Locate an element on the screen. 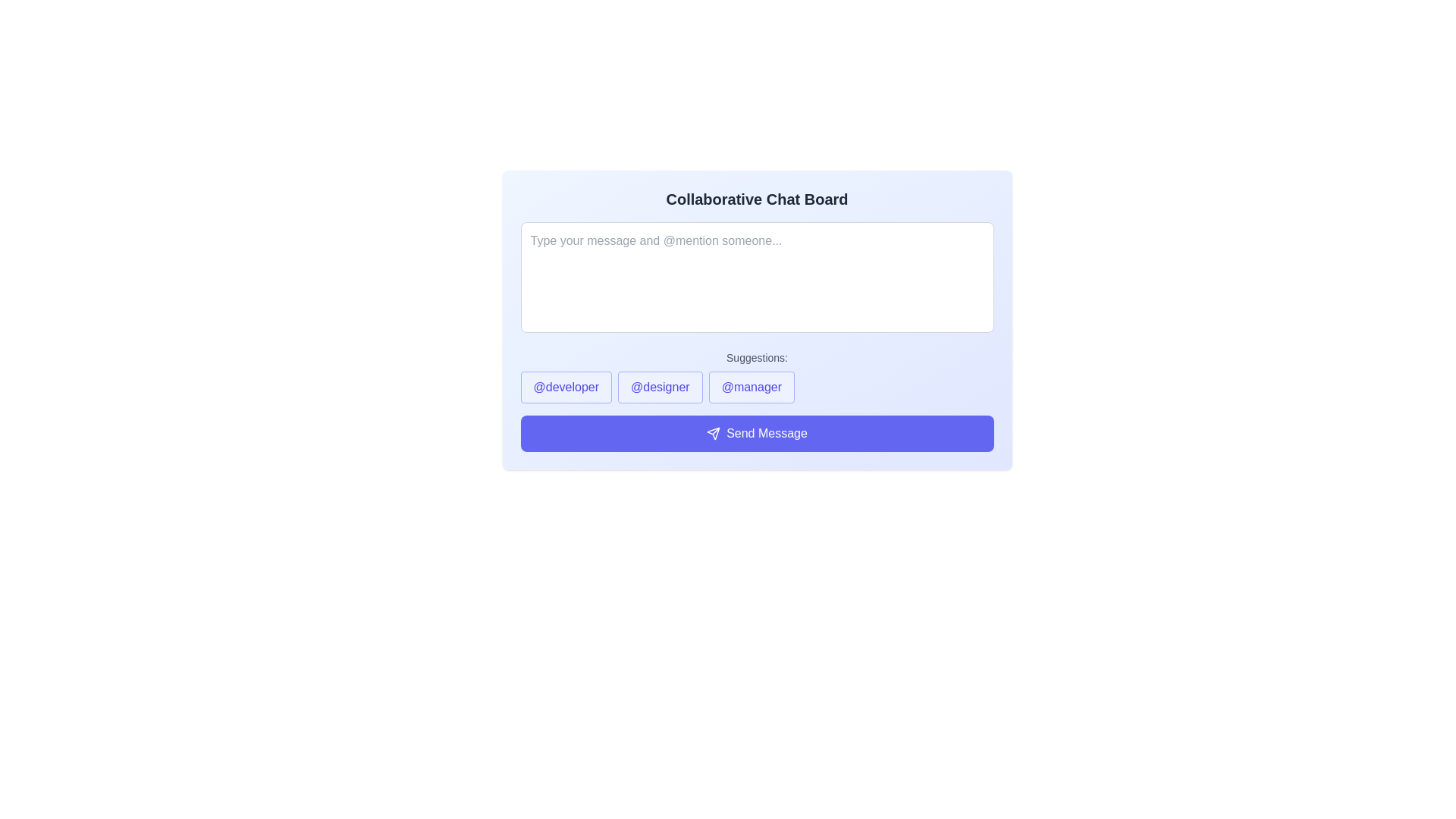 This screenshot has width=1456, height=819. keyboard navigation is located at coordinates (660, 386).